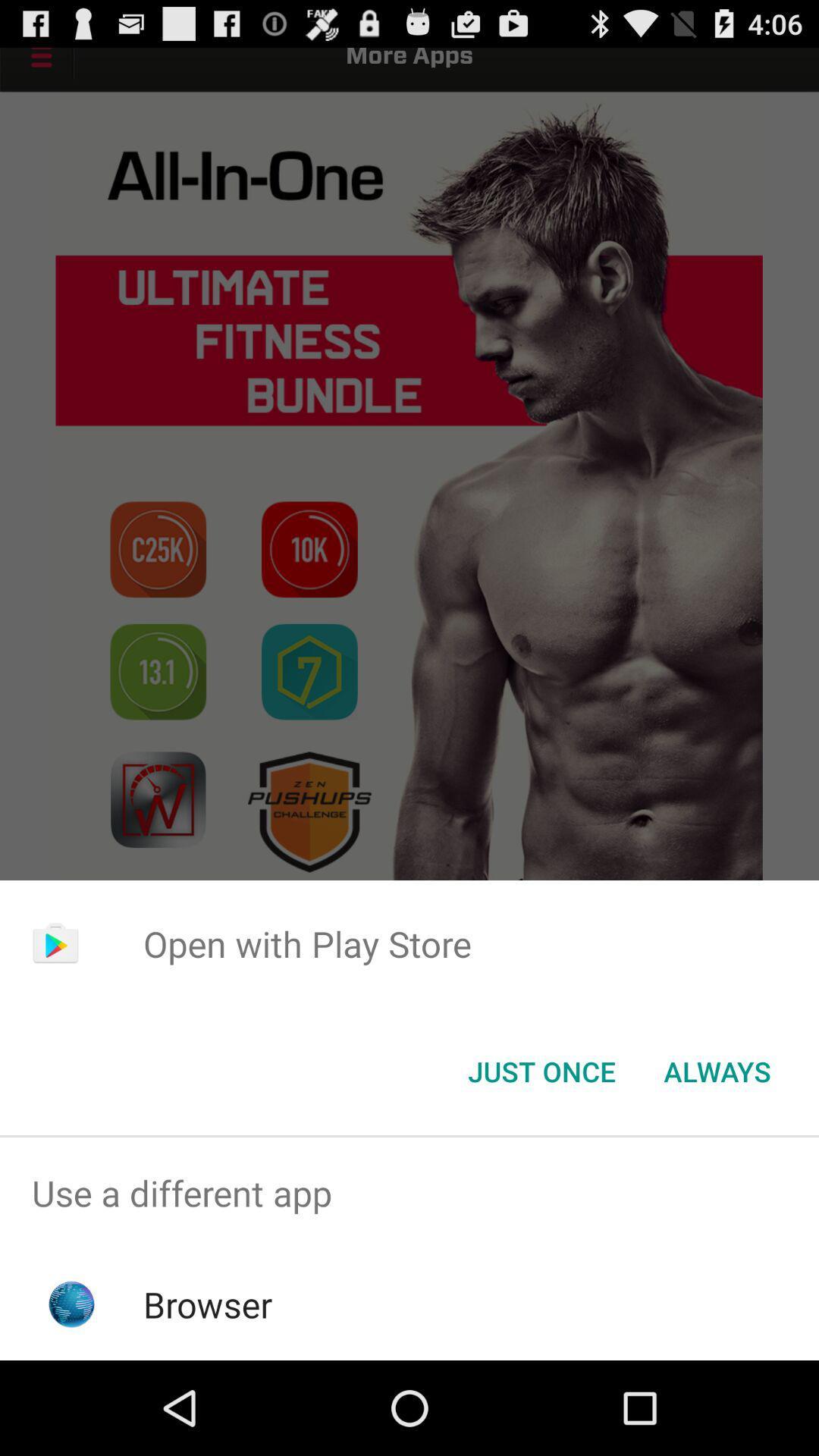 The image size is (819, 1456). What do you see at coordinates (541, 1070) in the screenshot?
I see `the app below the open with play item` at bounding box center [541, 1070].